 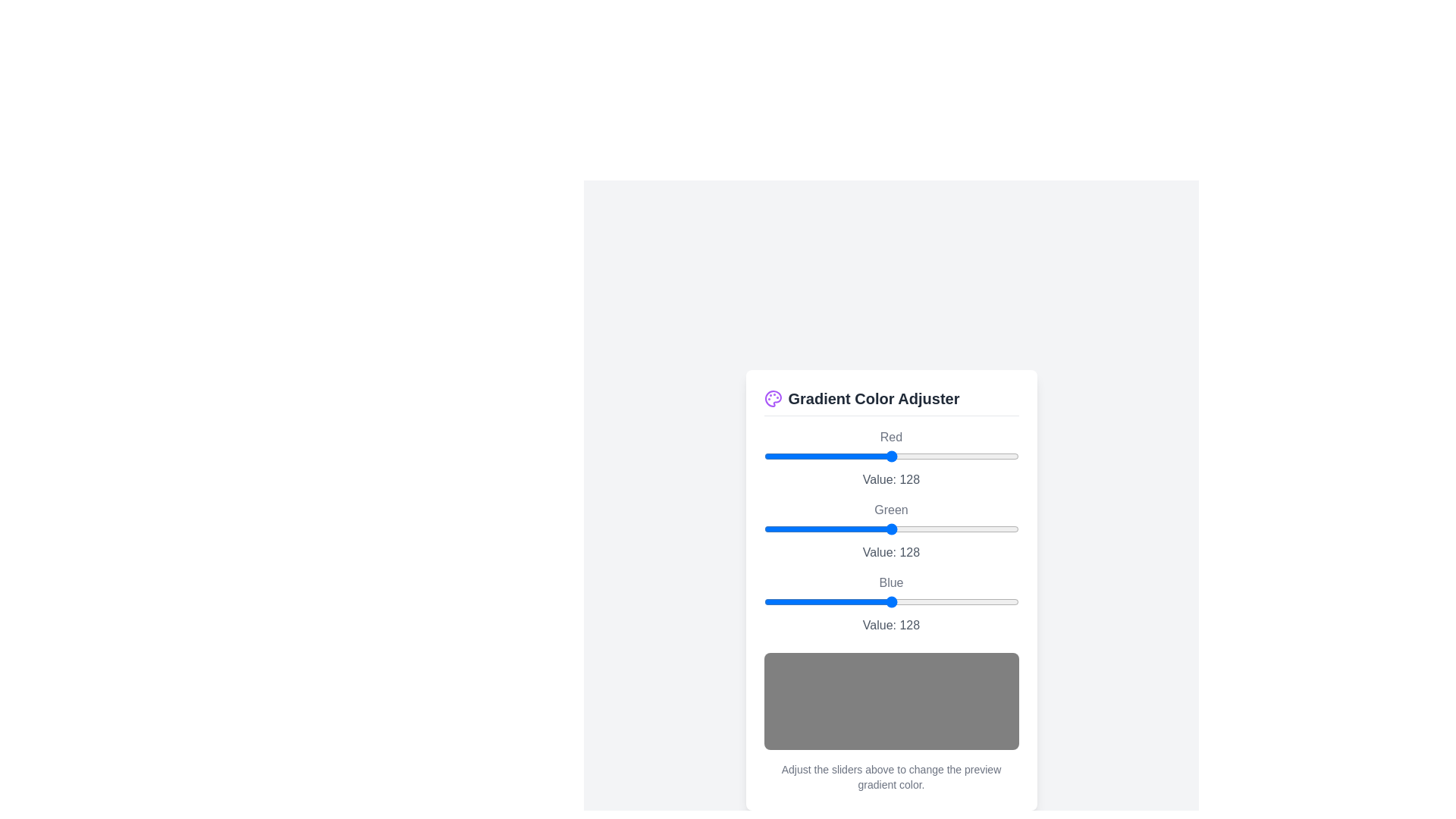 What do you see at coordinates (965, 601) in the screenshot?
I see `the blue slider to set its value to 202` at bounding box center [965, 601].